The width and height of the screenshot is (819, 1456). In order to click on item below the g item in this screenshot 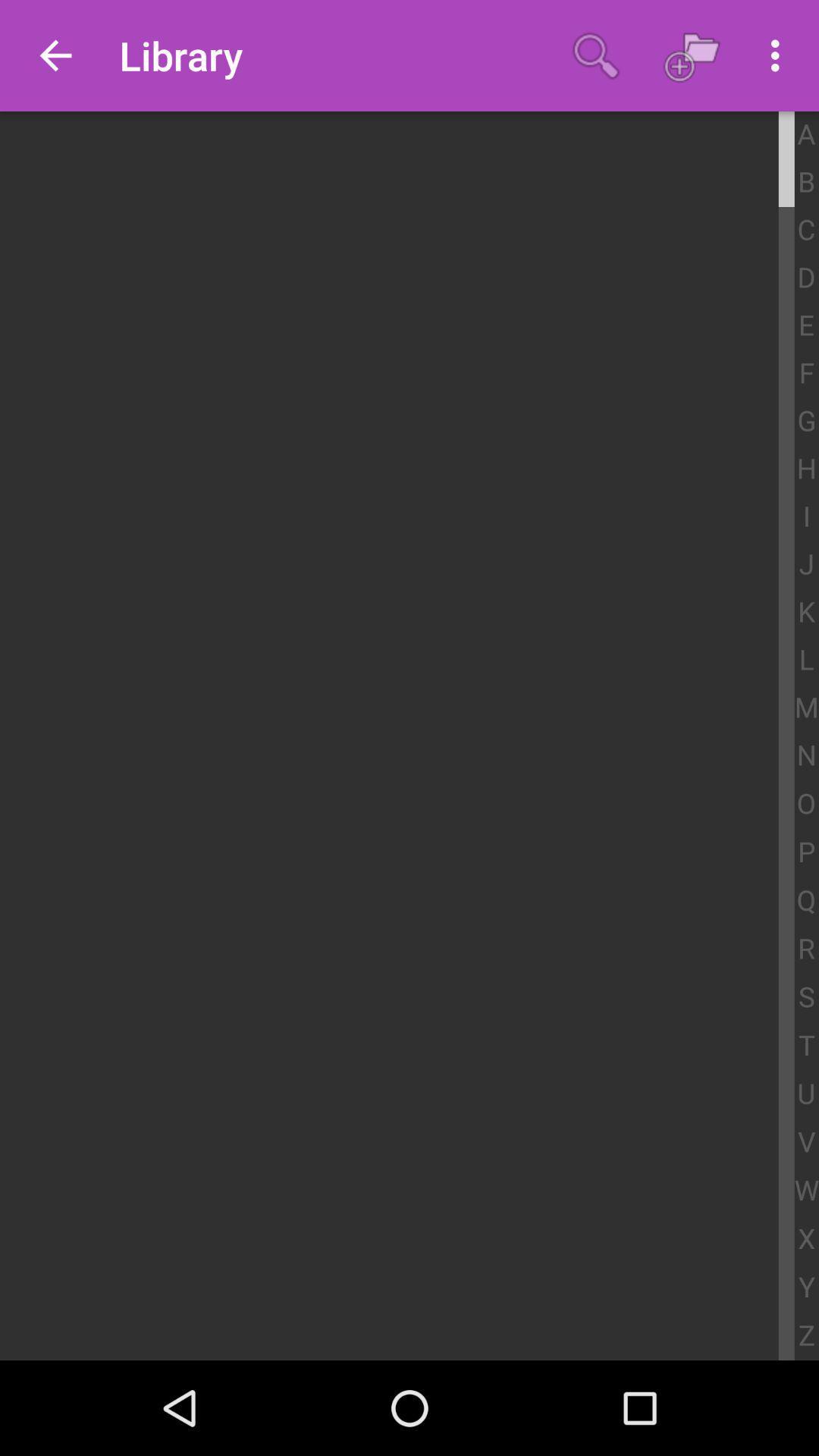, I will do `click(805, 469)`.